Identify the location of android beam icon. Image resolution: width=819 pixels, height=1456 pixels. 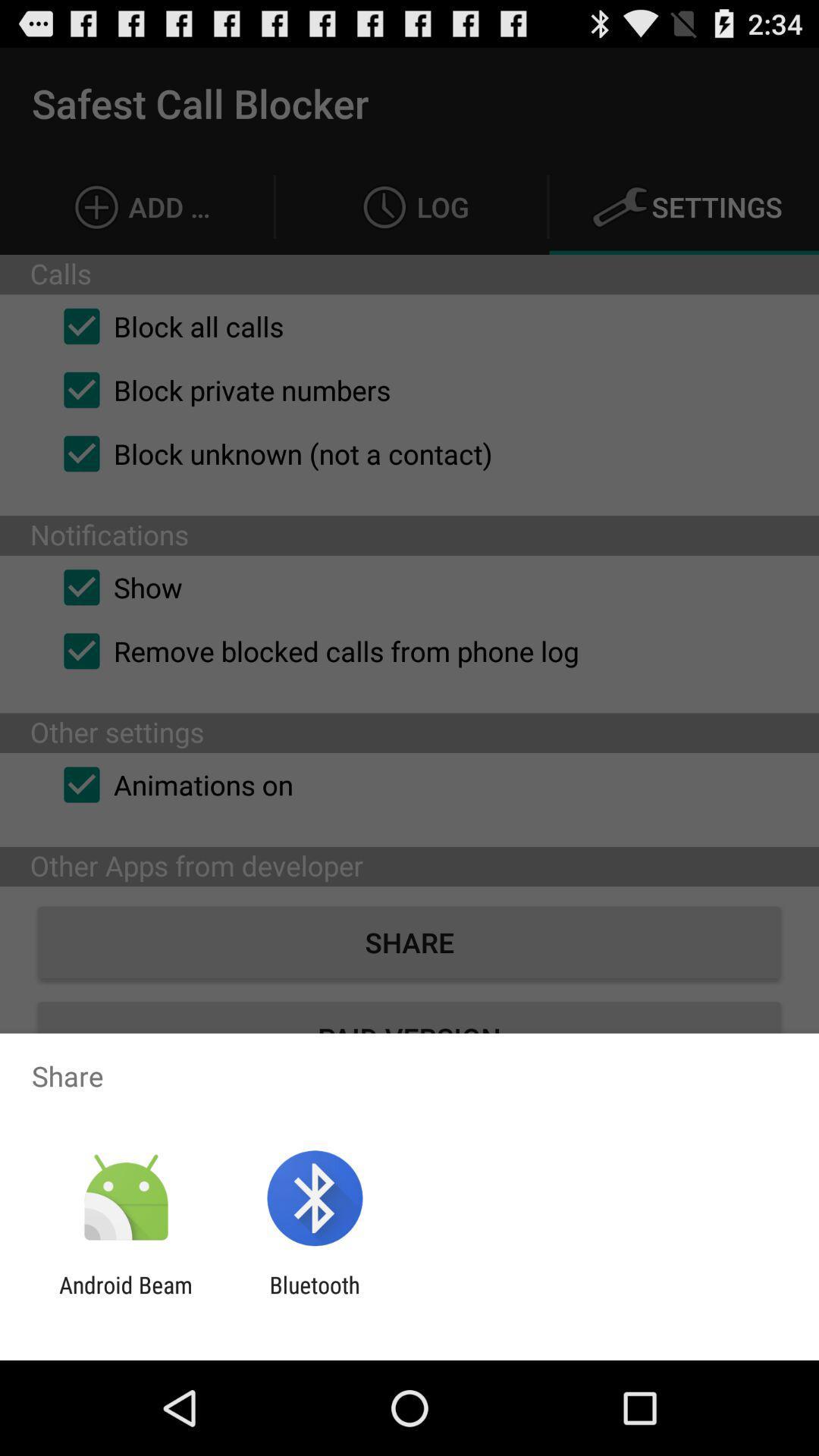
(125, 1298).